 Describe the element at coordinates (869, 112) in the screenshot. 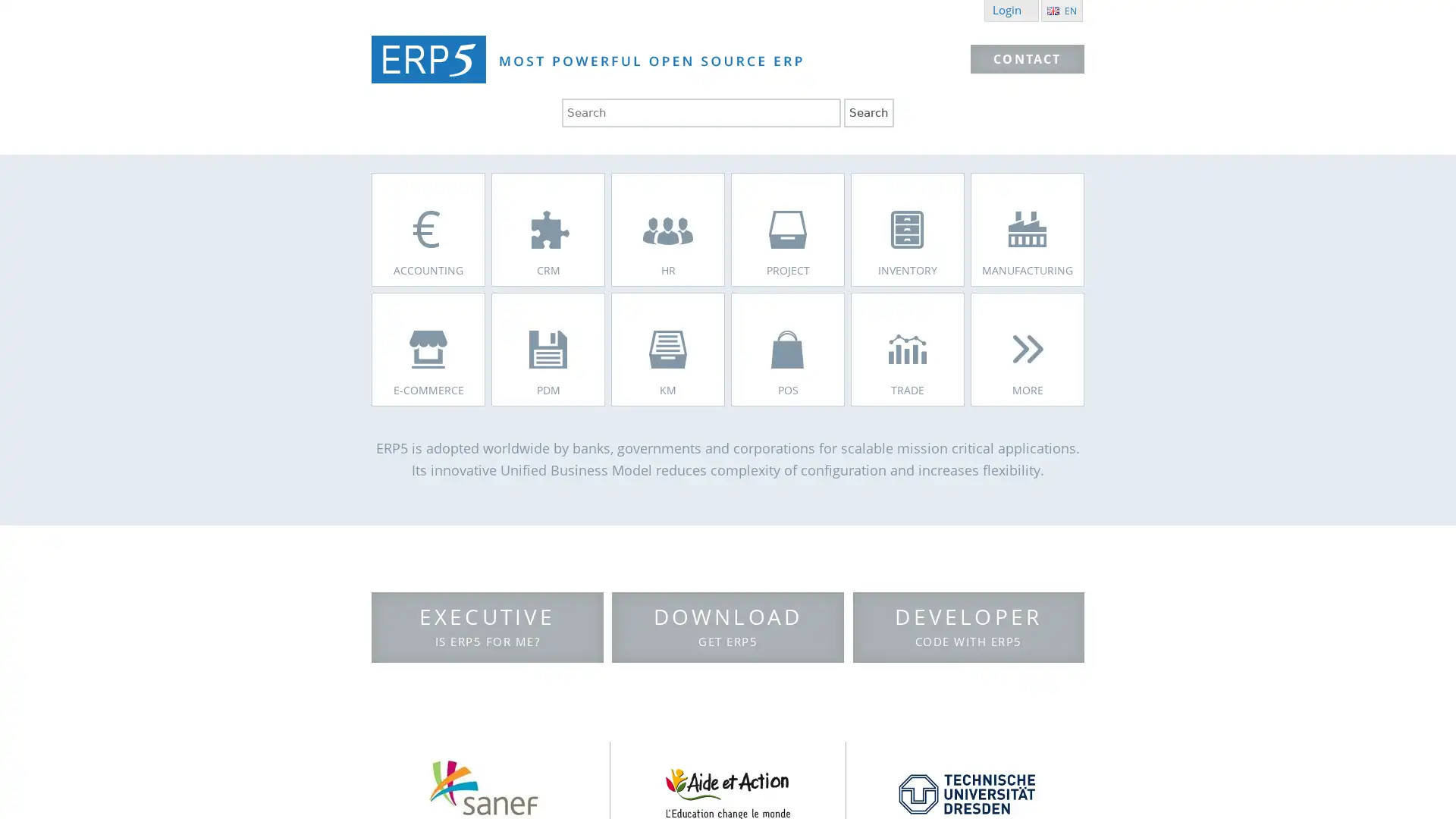

I see `Search` at that location.